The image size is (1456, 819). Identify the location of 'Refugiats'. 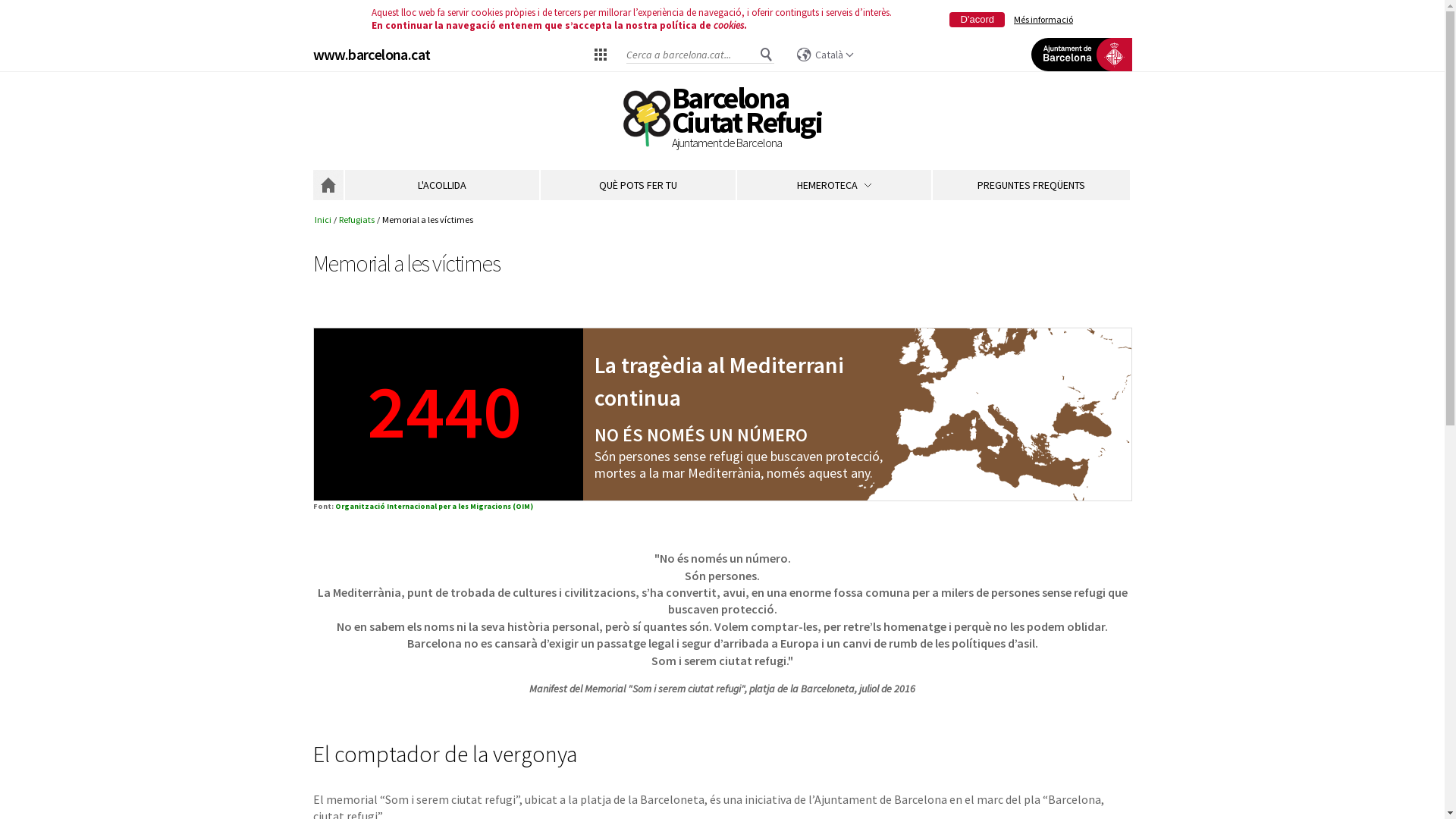
(356, 219).